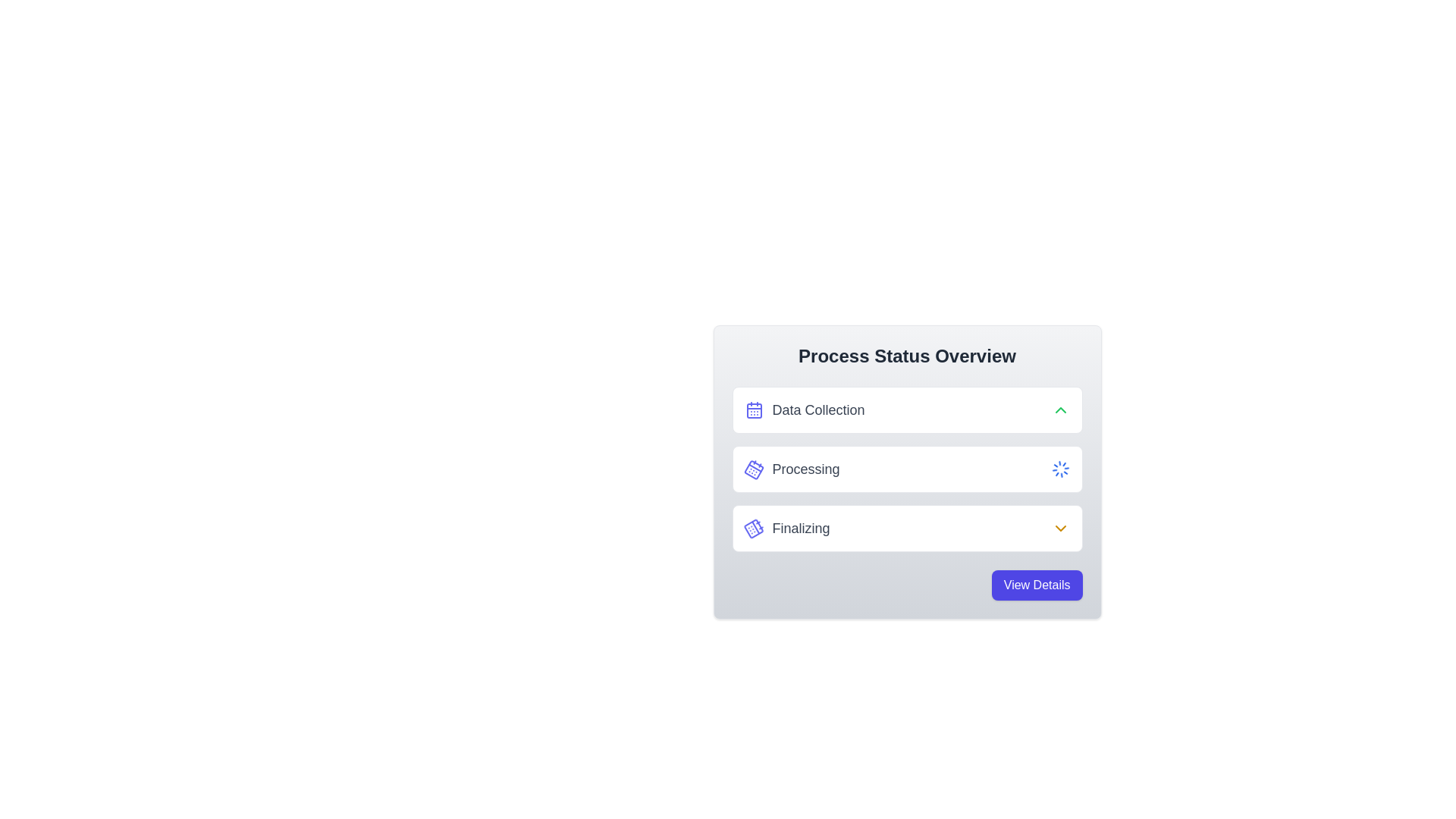  What do you see at coordinates (805, 468) in the screenshot?
I see `the status label indicating 'Processing', which is the second entry in a vertical list of status labels, located between 'Data Collection' and 'Finalizing'` at bounding box center [805, 468].